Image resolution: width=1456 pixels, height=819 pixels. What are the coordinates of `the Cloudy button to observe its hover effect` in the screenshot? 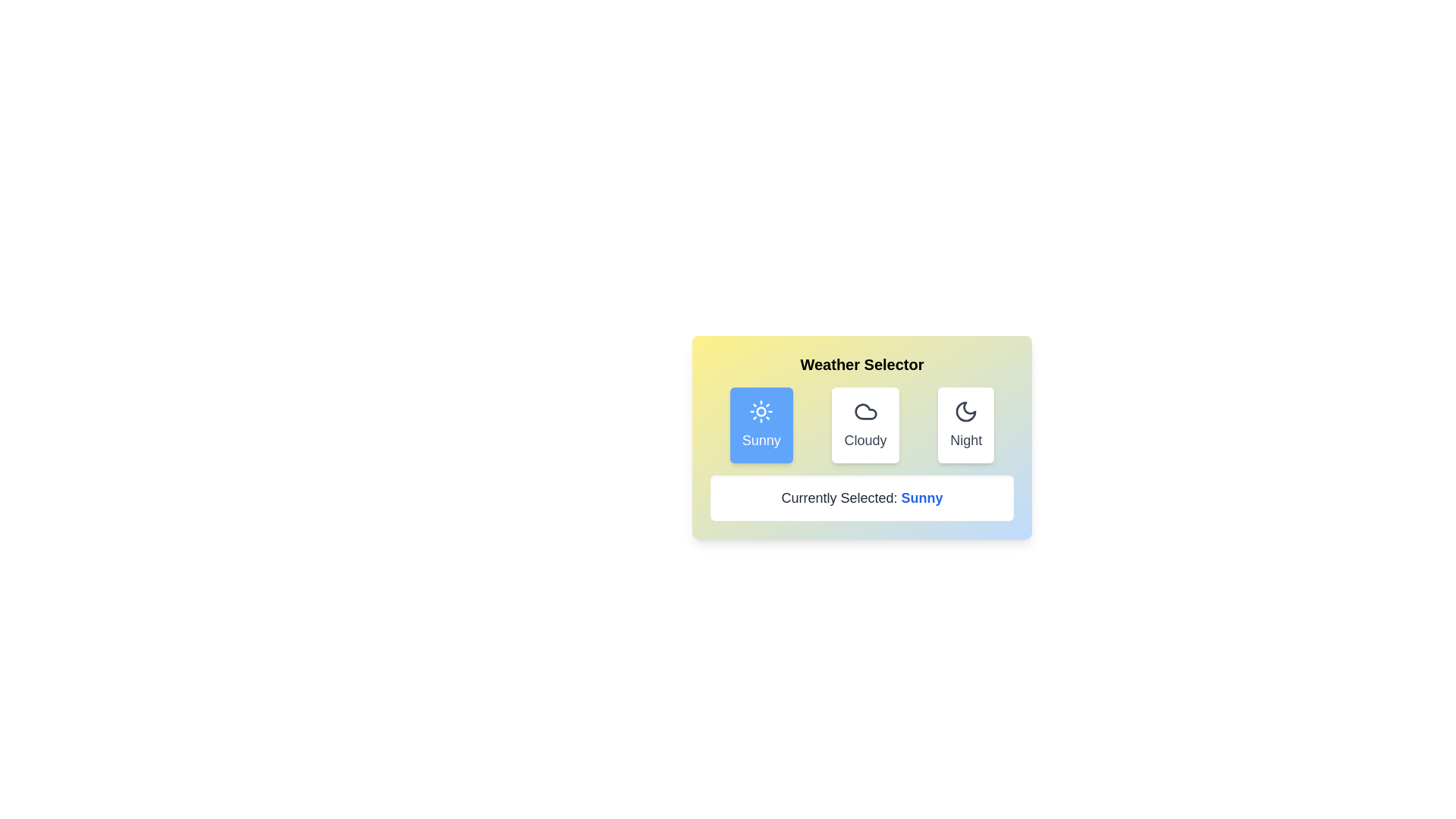 It's located at (865, 425).